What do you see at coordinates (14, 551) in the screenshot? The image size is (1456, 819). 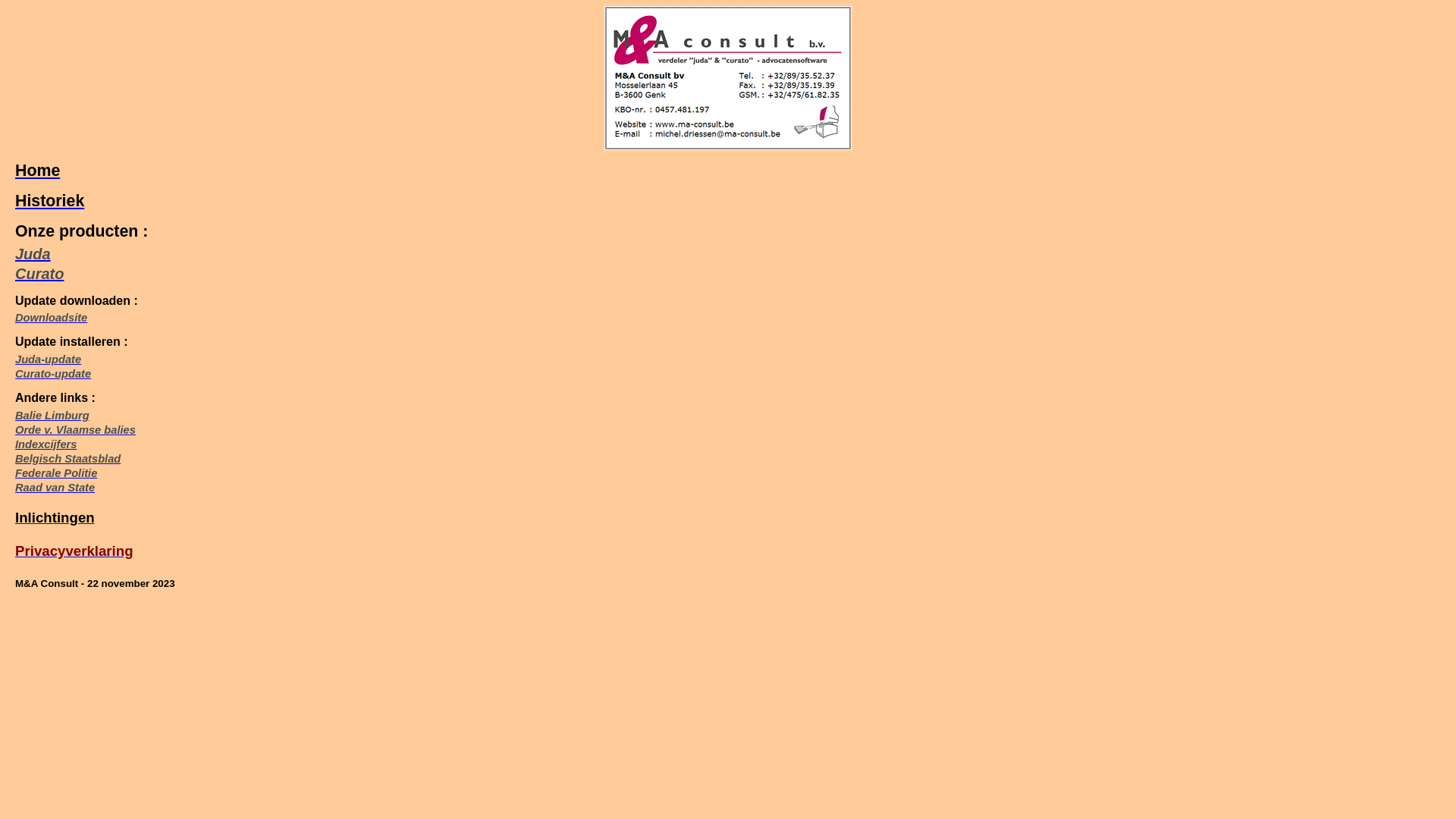 I see `'Privacyverklaring'` at bounding box center [14, 551].